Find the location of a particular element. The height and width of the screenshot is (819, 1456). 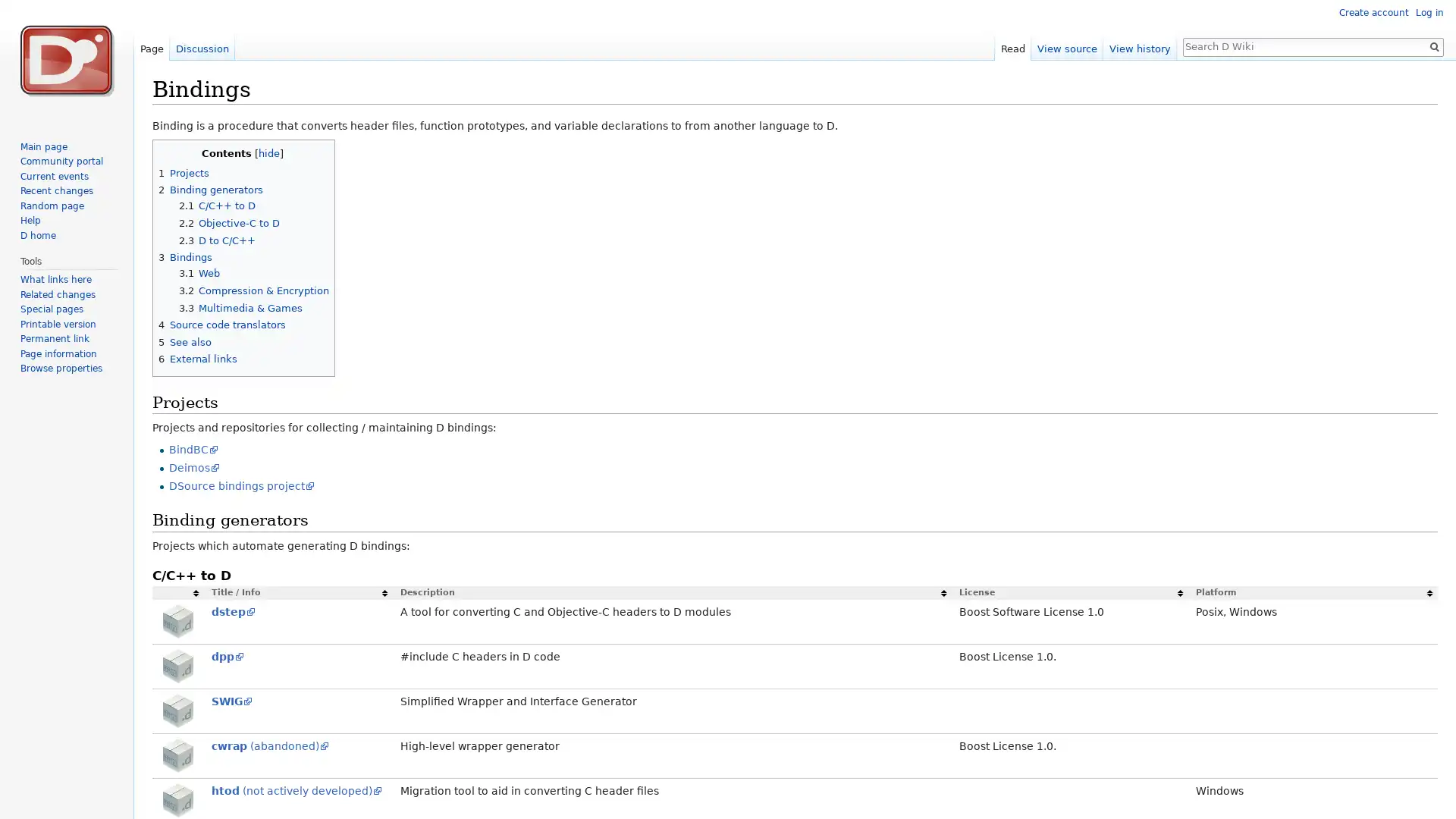

Go is located at coordinates (1433, 45).